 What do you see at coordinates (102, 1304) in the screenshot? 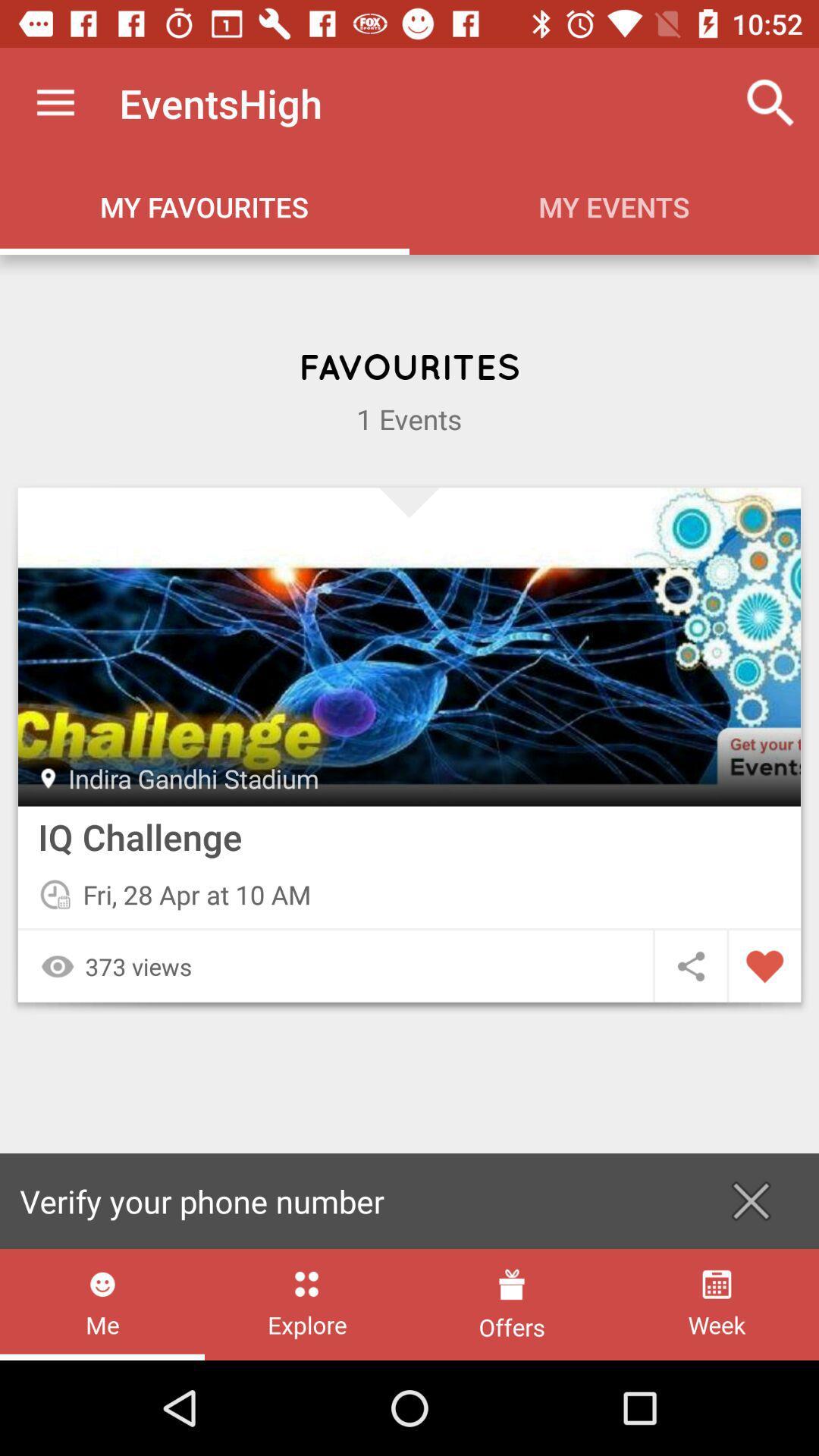
I see `me item` at bounding box center [102, 1304].